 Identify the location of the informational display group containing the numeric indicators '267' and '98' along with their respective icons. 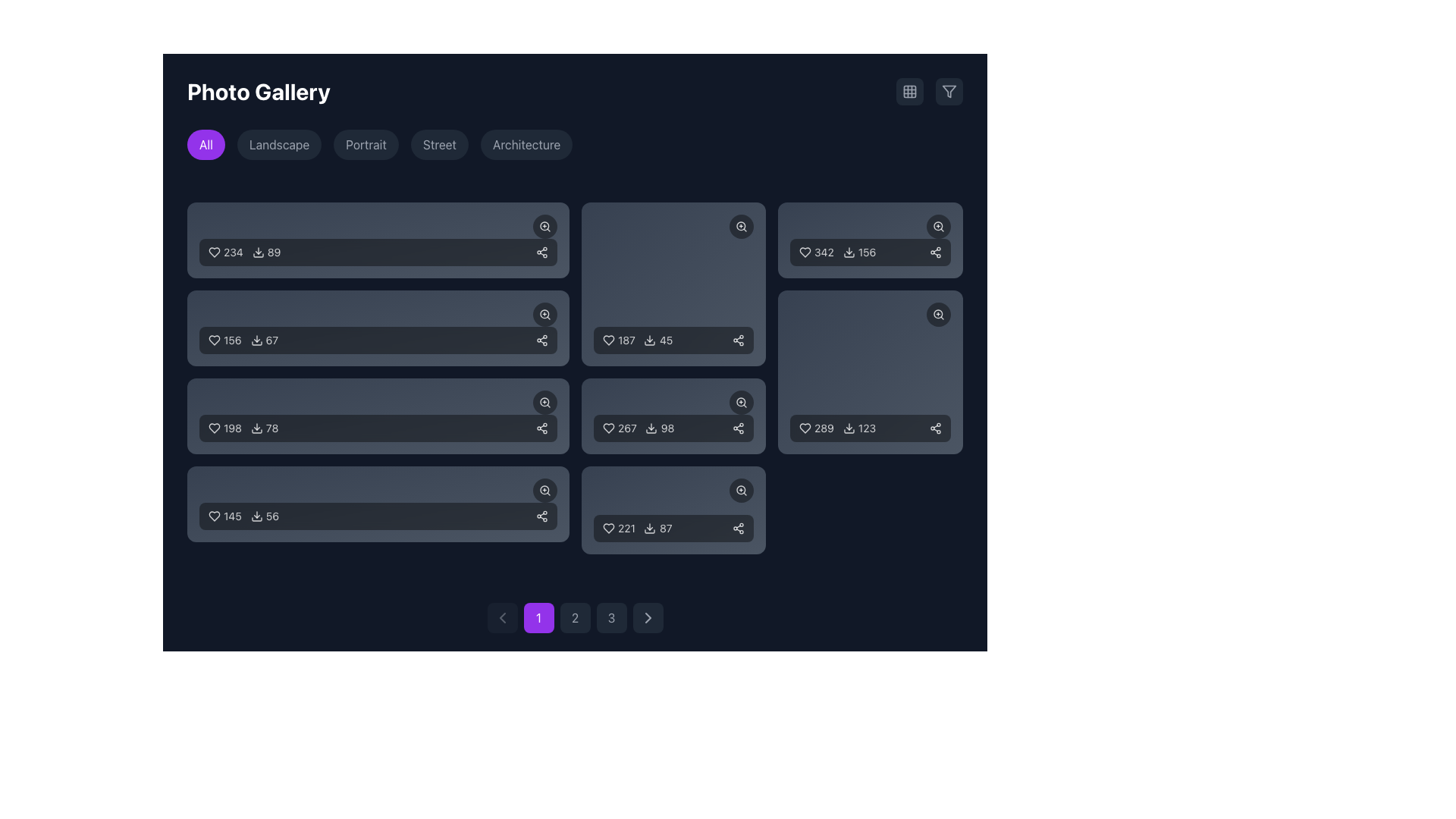
(638, 428).